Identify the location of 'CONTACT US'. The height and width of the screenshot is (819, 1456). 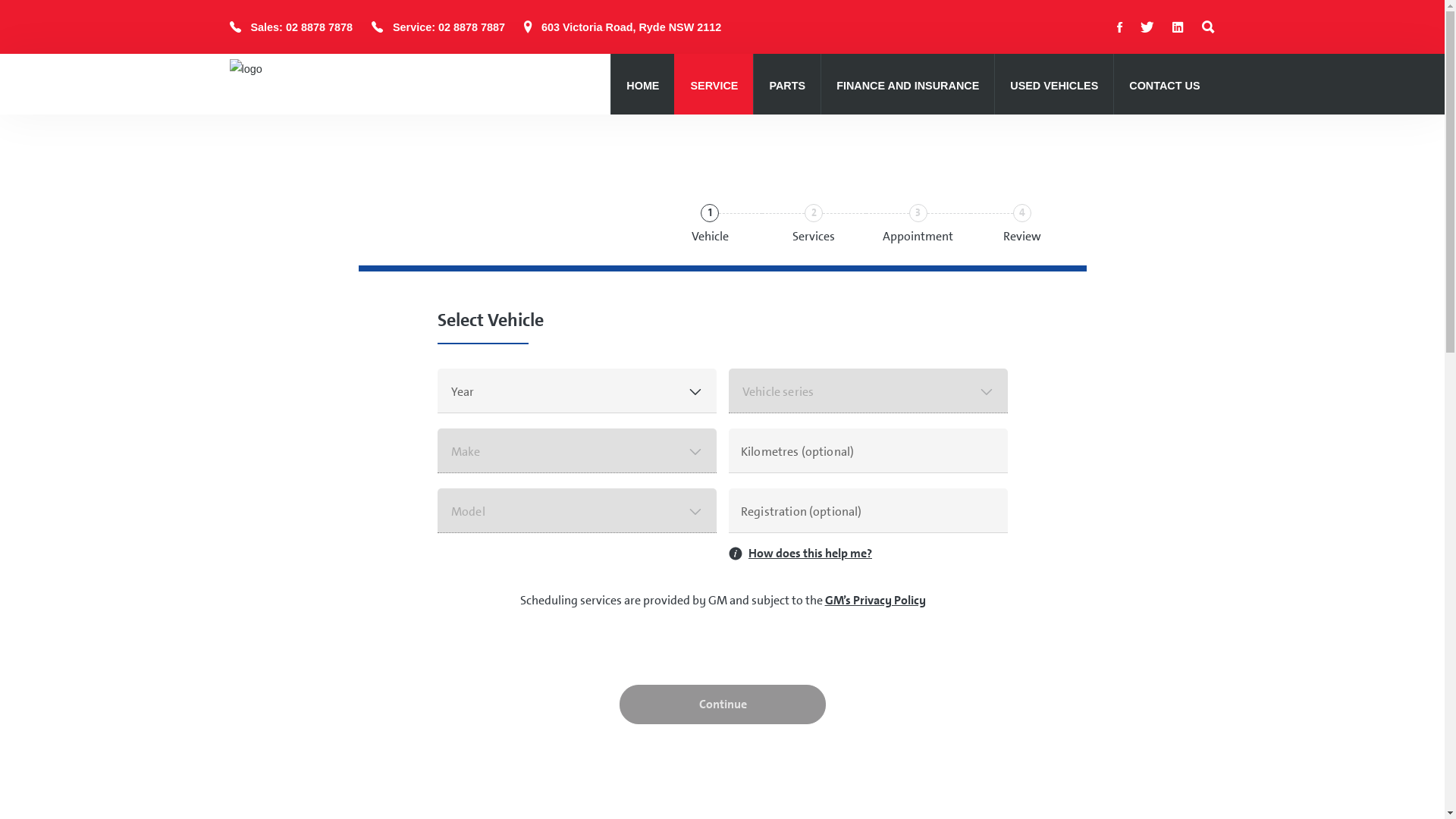
(1163, 86).